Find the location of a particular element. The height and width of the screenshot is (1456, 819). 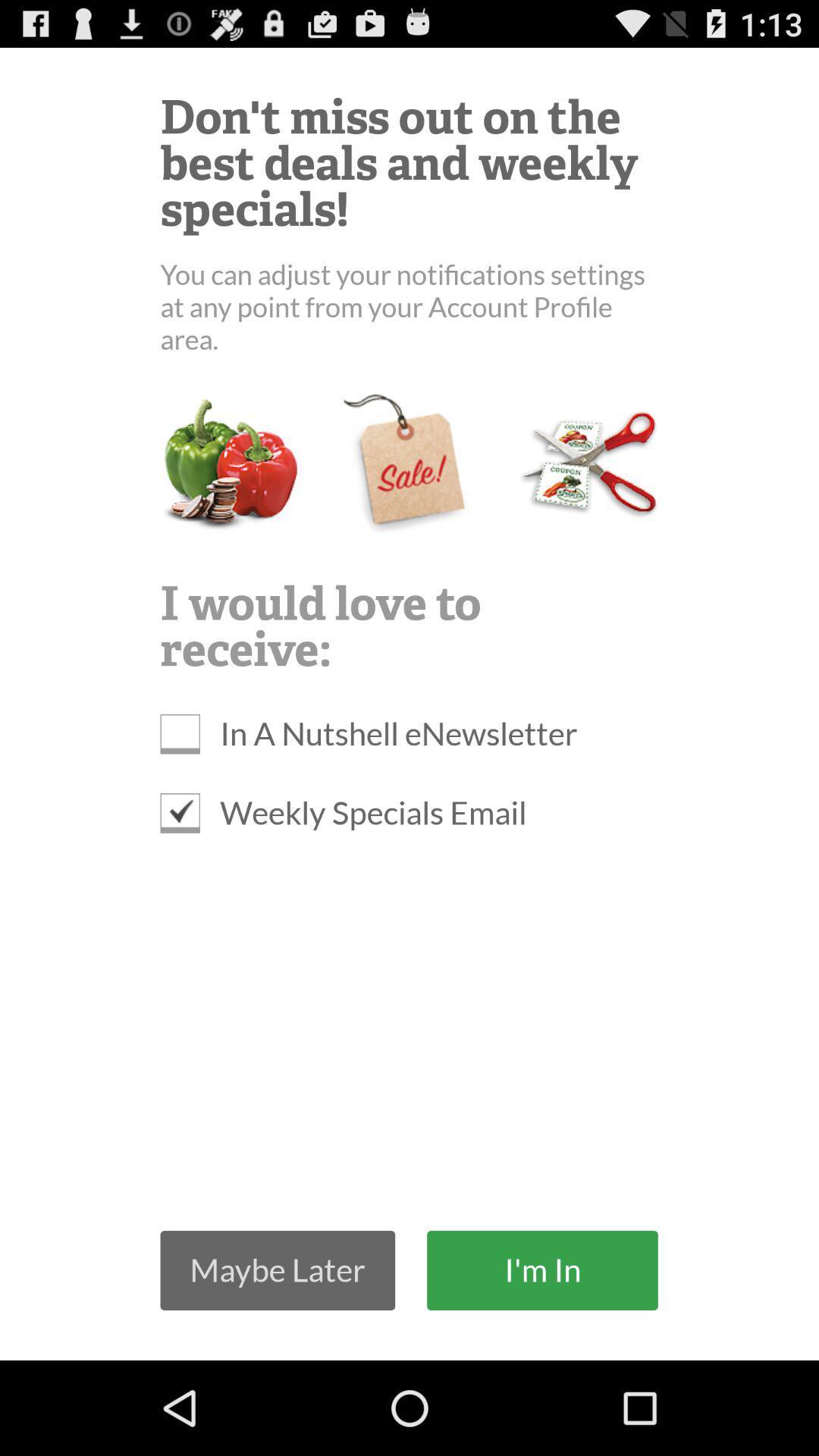

the maybe later item is located at coordinates (278, 1270).